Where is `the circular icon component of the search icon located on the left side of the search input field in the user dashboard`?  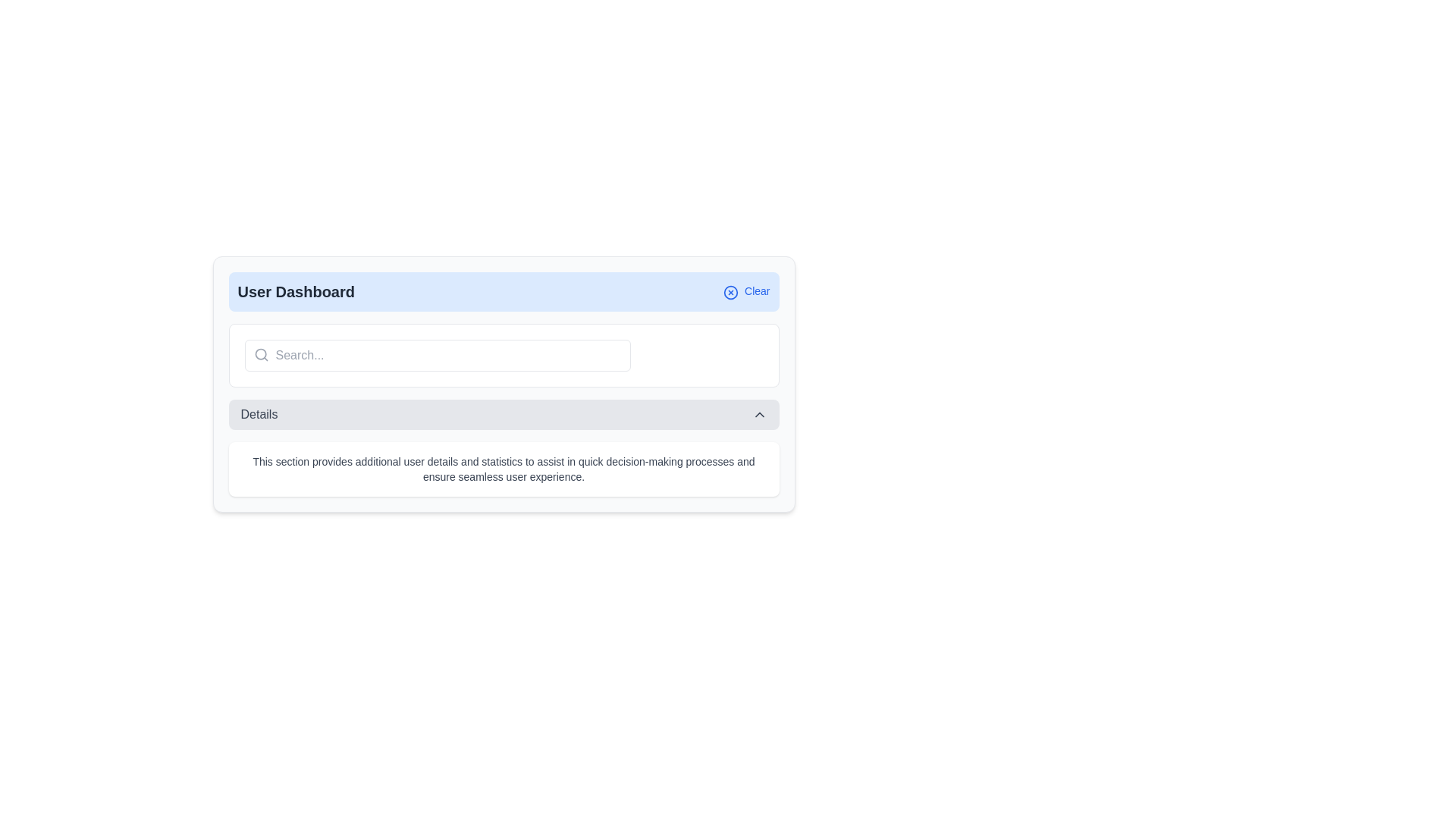 the circular icon component of the search icon located on the left side of the search input field in the user dashboard is located at coordinates (260, 354).